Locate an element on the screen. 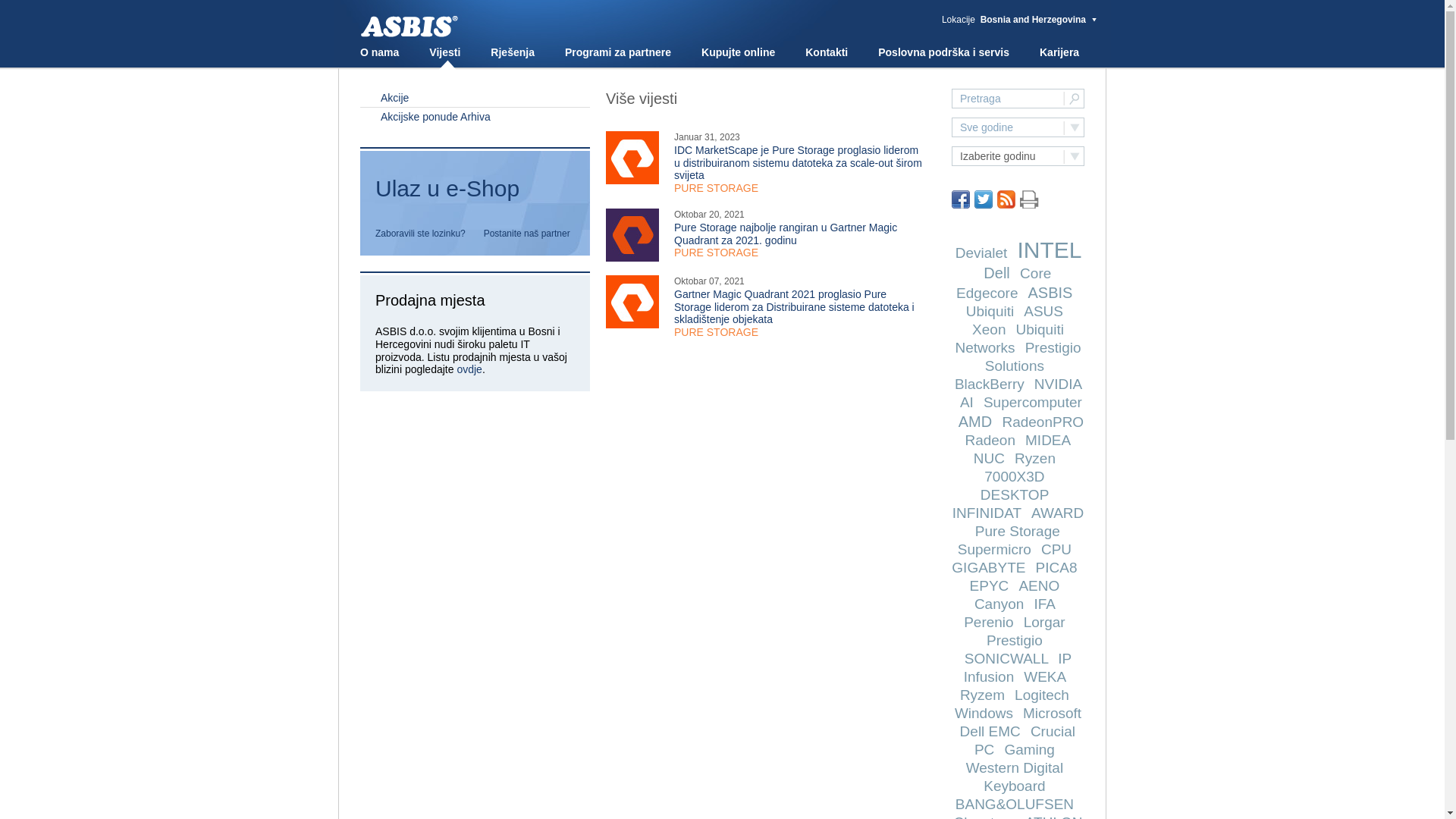 Image resolution: width=1456 pixels, height=819 pixels. 'BlackBerry' is located at coordinates (990, 383).